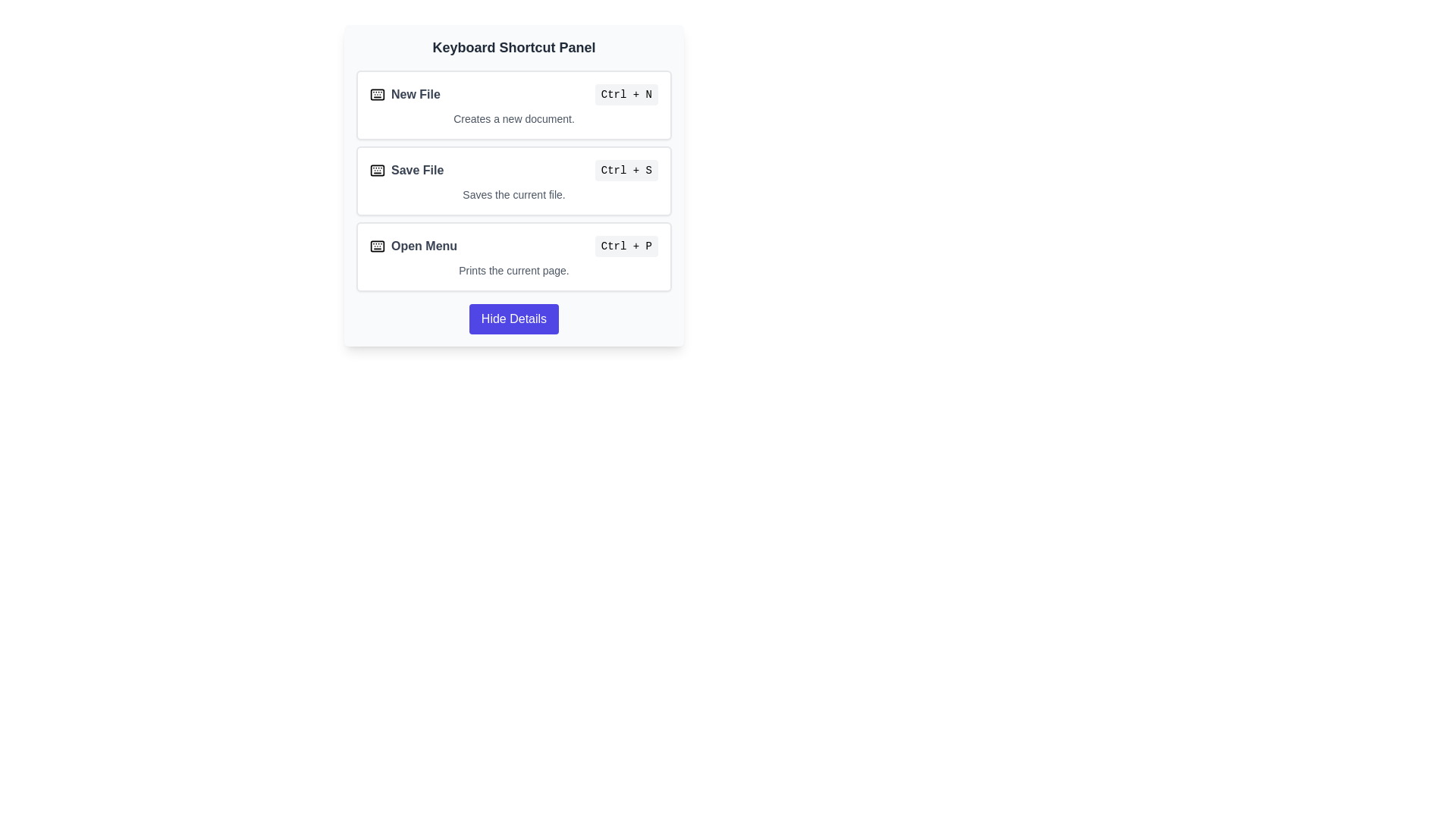  I want to click on the keyboard icon next to the 'Open Menu' text in the 'Keyboard Shortcut Panel', so click(378, 245).